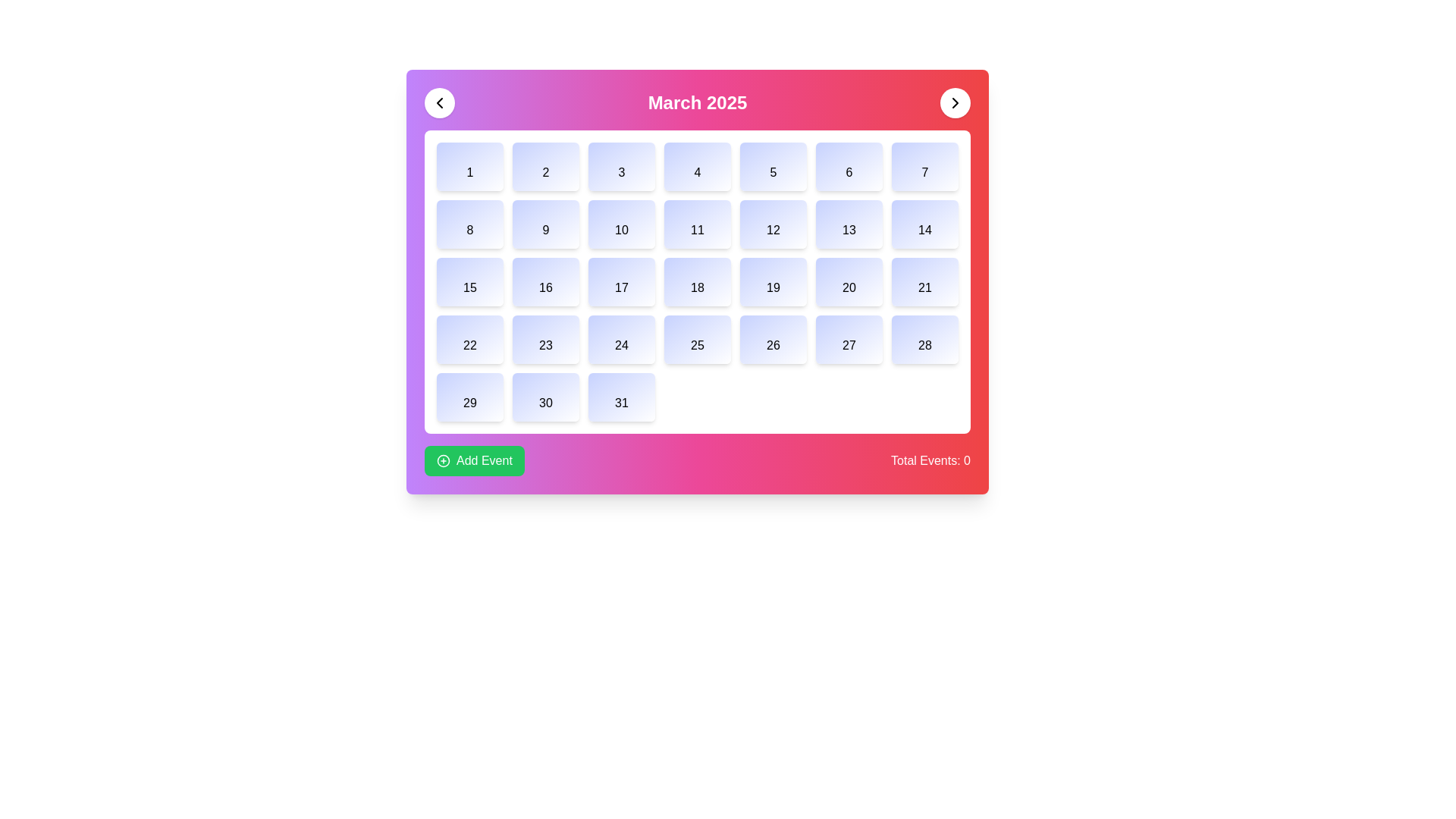 This screenshot has height=819, width=1456. Describe the element at coordinates (546, 338) in the screenshot. I see `the calendar date cell representing the 23rd day` at that location.